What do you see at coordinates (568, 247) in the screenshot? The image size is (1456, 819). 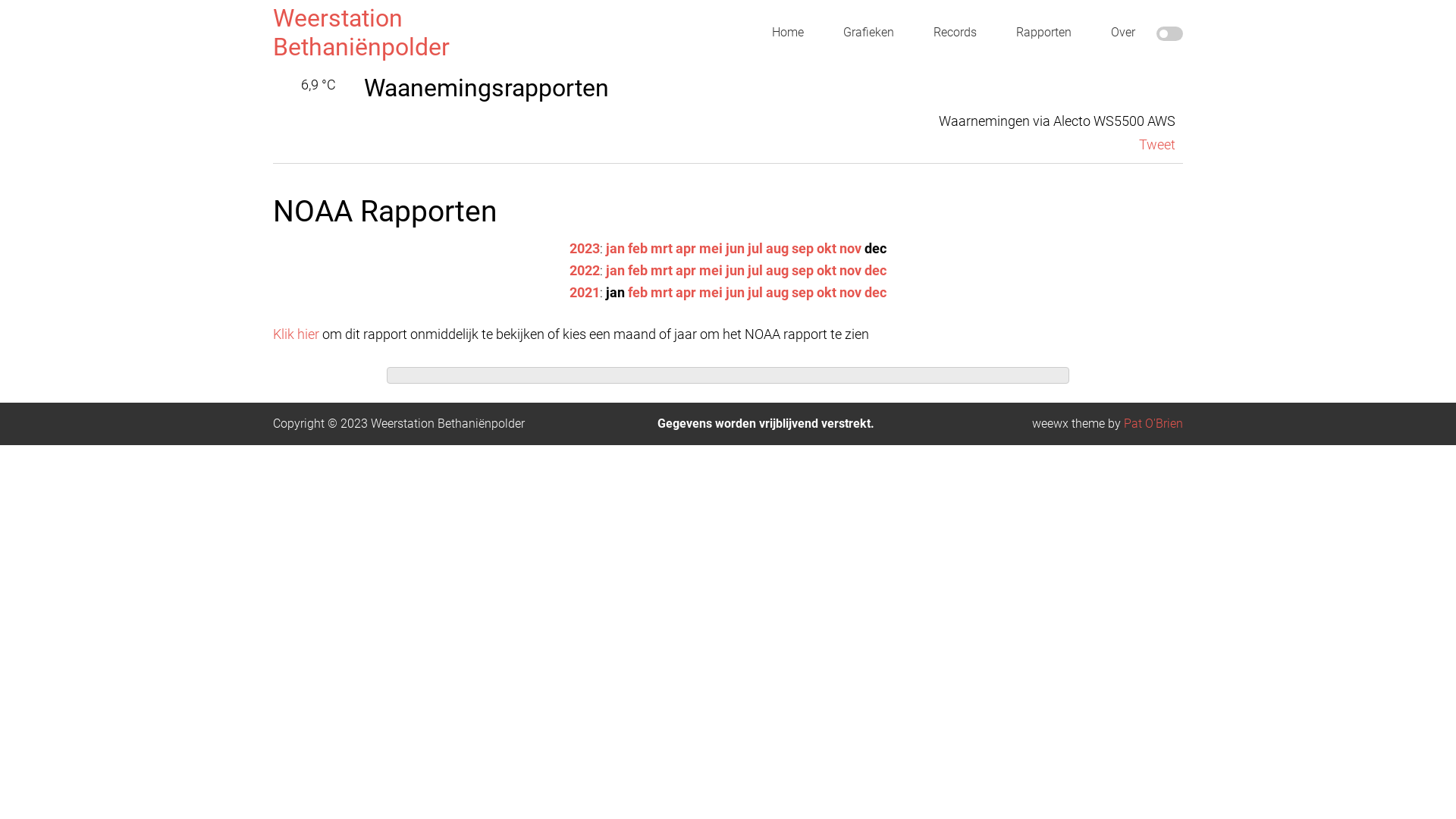 I see `'2023'` at bounding box center [568, 247].